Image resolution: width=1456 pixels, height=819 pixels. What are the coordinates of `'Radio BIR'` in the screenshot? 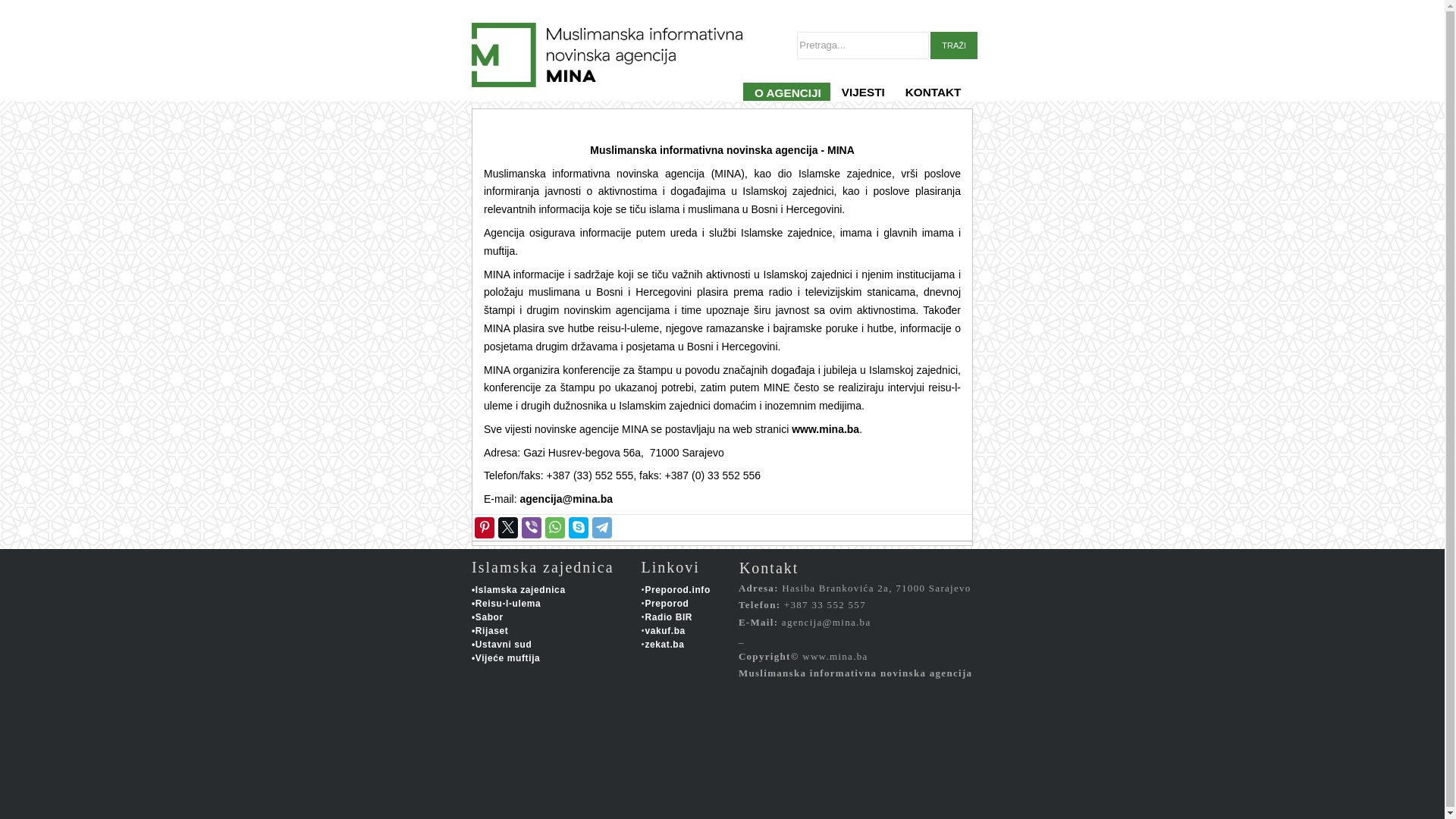 It's located at (667, 617).